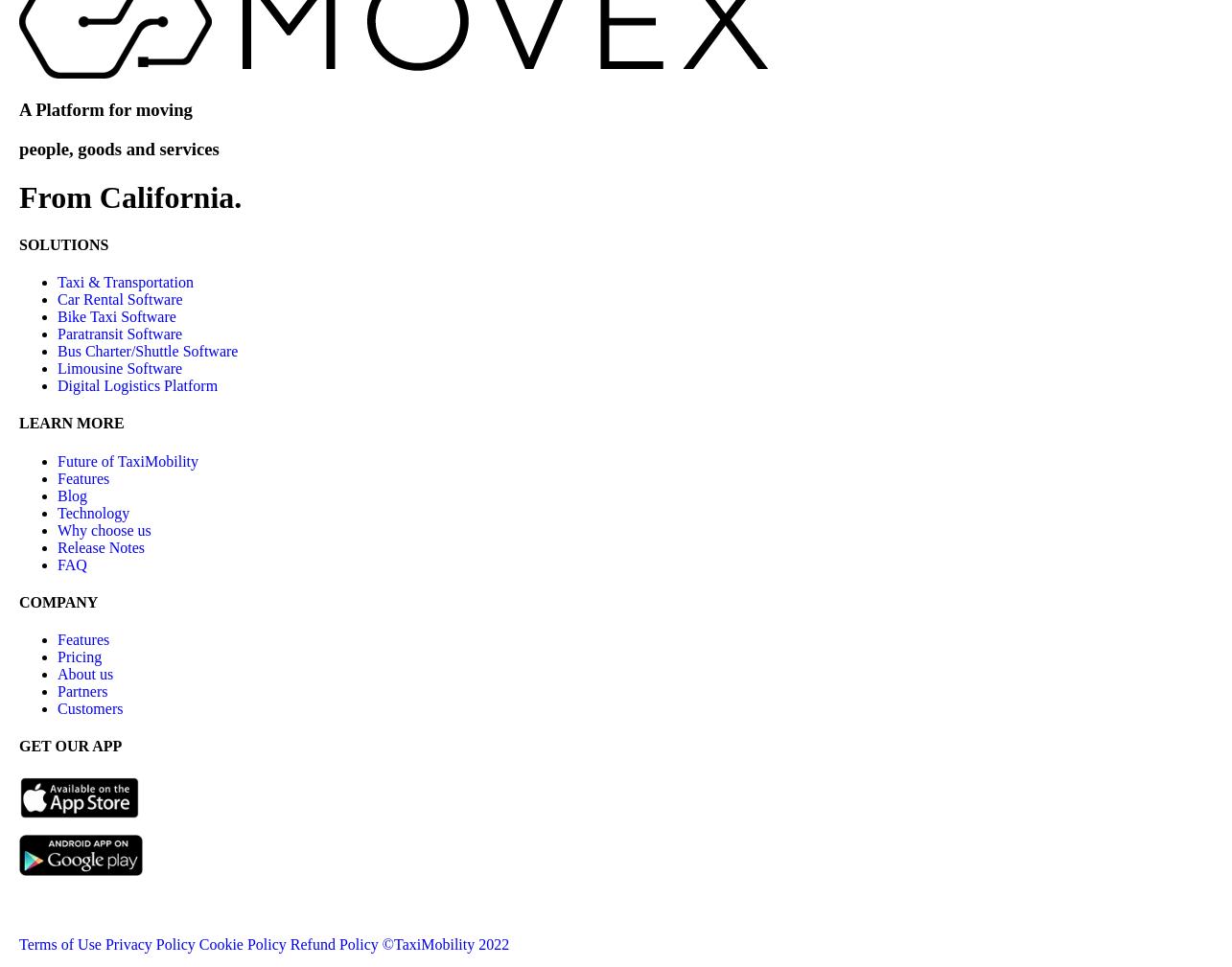  Describe the element at coordinates (125, 281) in the screenshot. I see `'Taxi & Transportation'` at that location.